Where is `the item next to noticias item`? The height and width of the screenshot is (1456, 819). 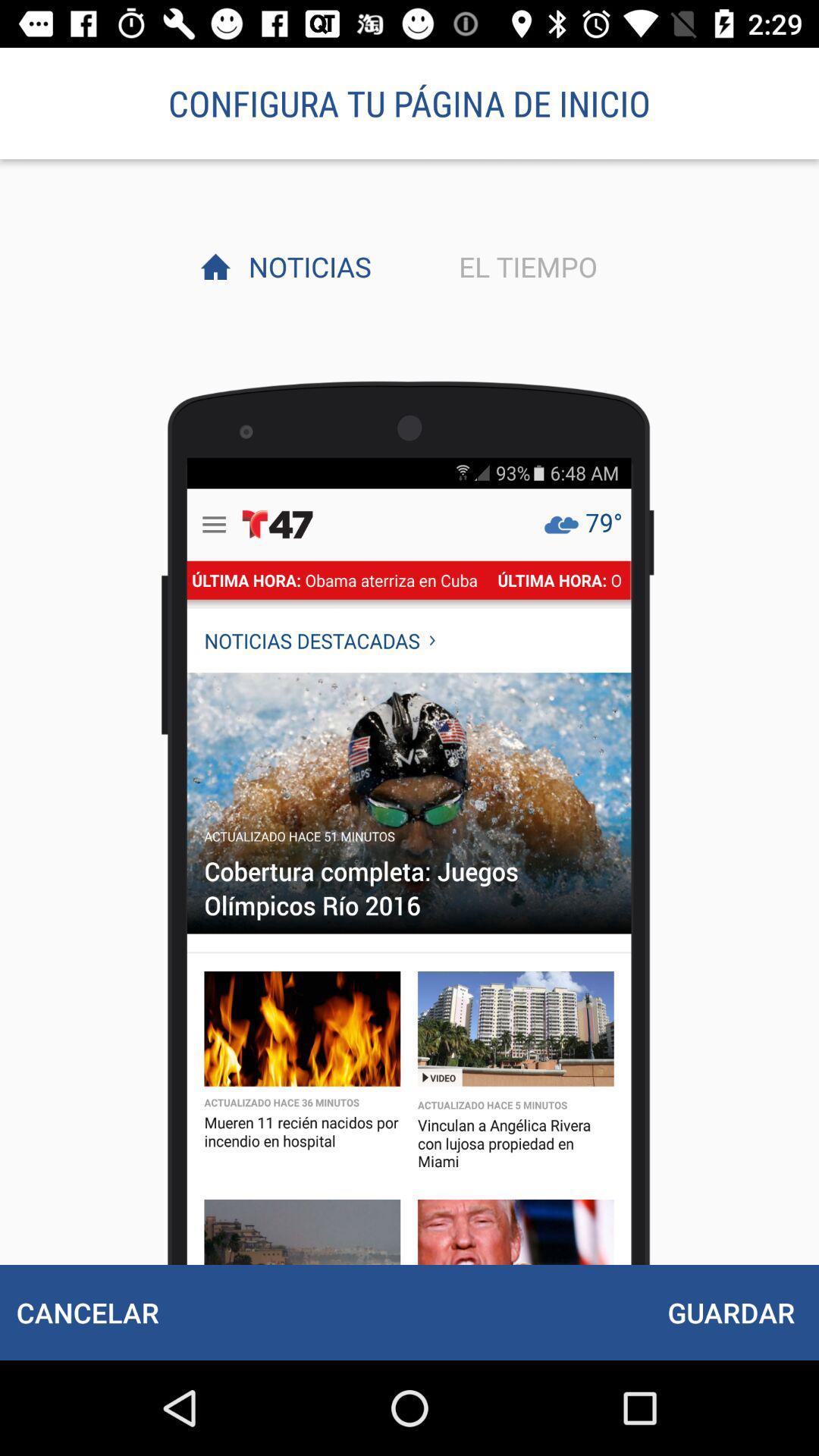 the item next to noticias item is located at coordinates (523, 266).